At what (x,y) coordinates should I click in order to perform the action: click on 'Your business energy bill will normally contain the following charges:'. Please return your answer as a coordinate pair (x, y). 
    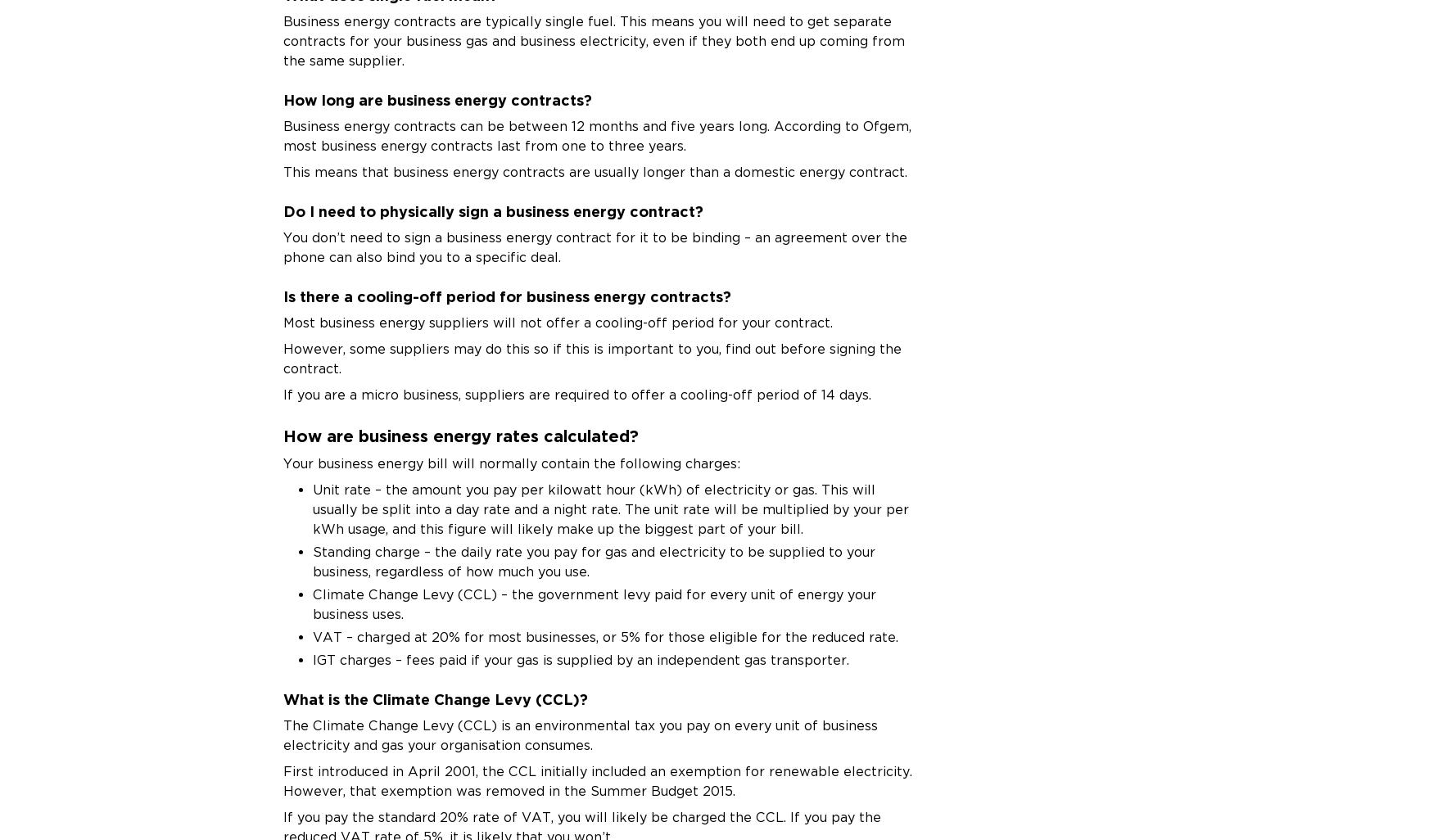
    Looking at the image, I should click on (510, 462).